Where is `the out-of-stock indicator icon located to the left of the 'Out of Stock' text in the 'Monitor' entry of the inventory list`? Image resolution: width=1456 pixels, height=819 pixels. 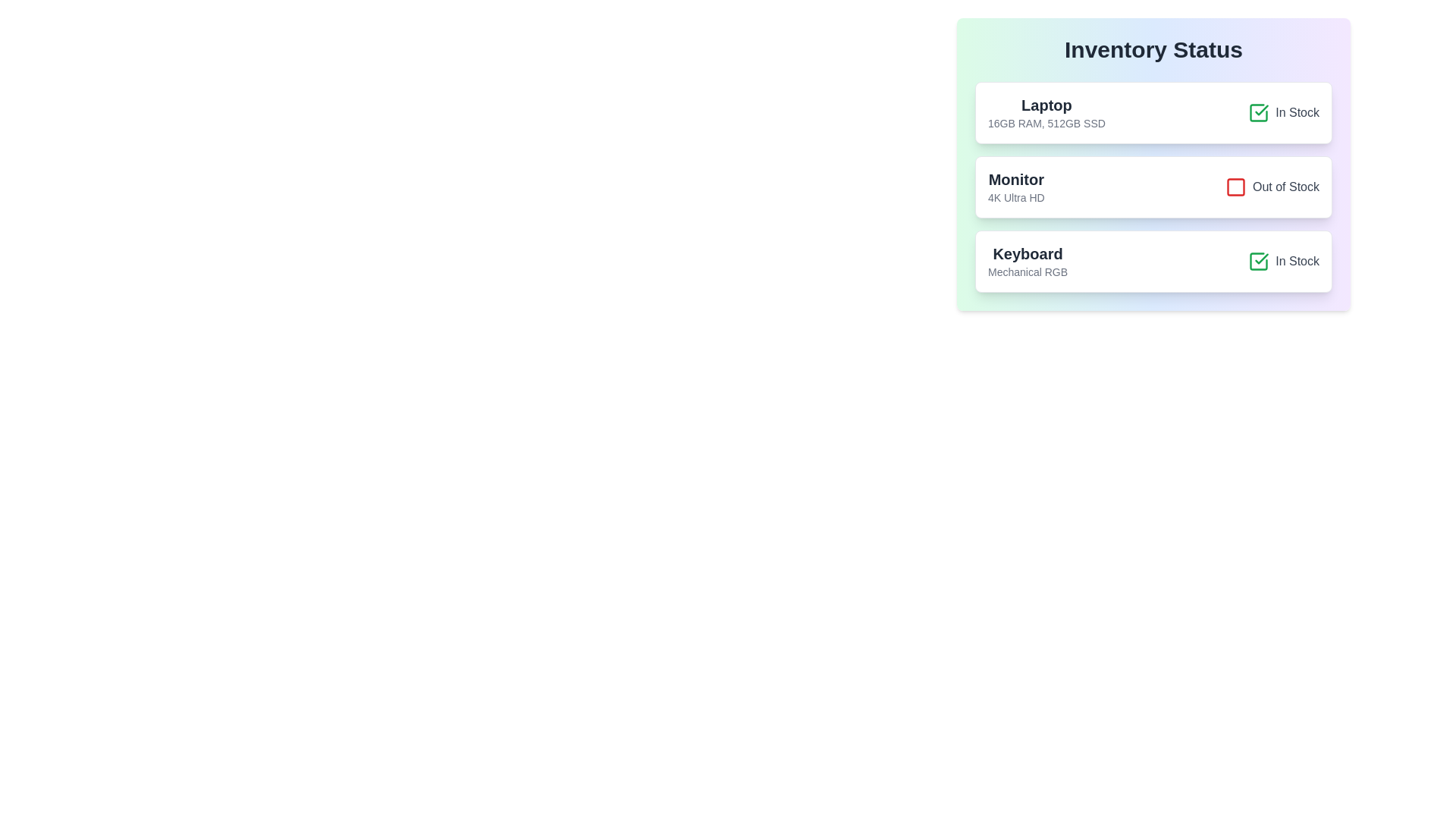 the out-of-stock indicator icon located to the left of the 'Out of Stock' text in the 'Monitor' entry of the inventory list is located at coordinates (1235, 186).